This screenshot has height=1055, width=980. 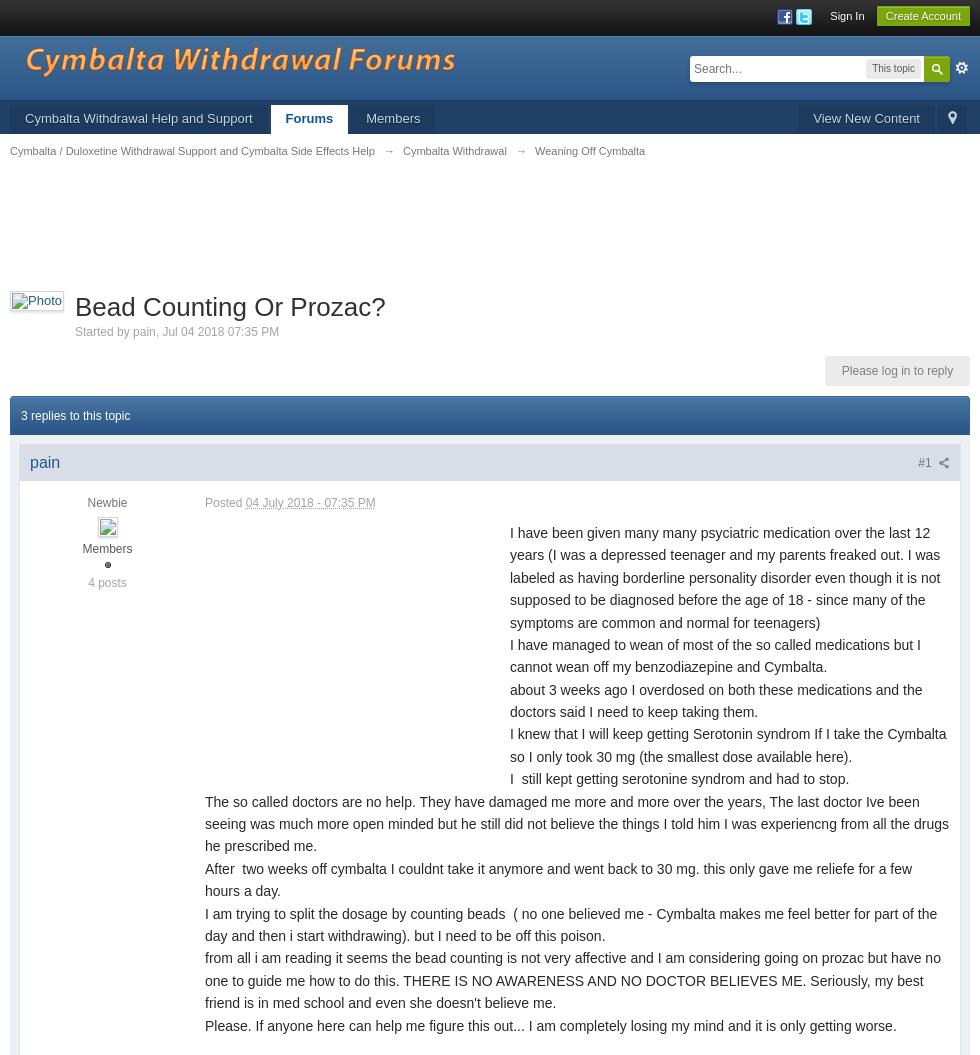 I want to click on 'I have managed to wean of most of the so called medications but I cannot wean off my benzodiazepine and Cymbalta.', so click(x=509, y=654).